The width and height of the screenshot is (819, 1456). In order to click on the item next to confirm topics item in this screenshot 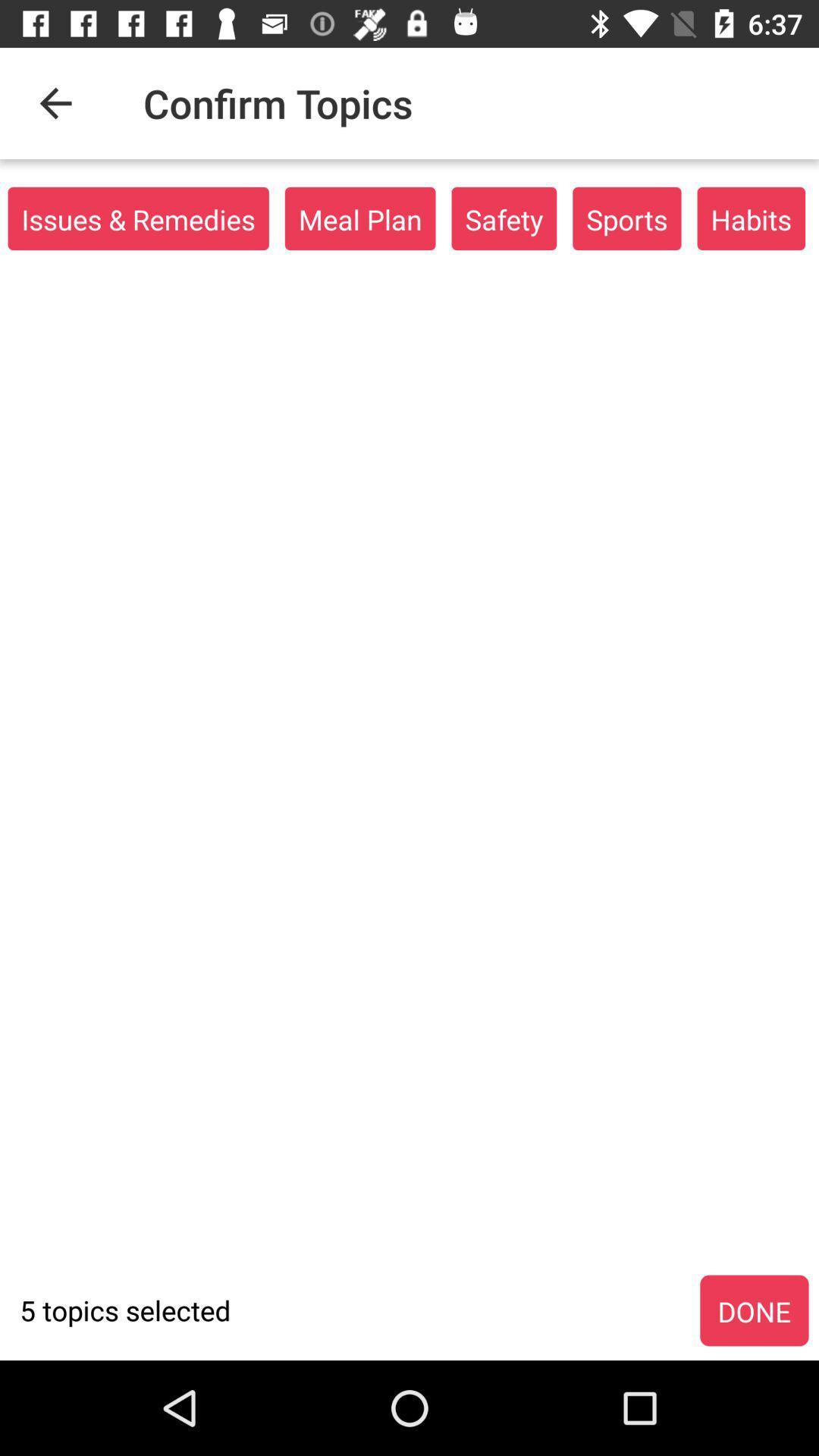, I will do `click(55, 102)`.